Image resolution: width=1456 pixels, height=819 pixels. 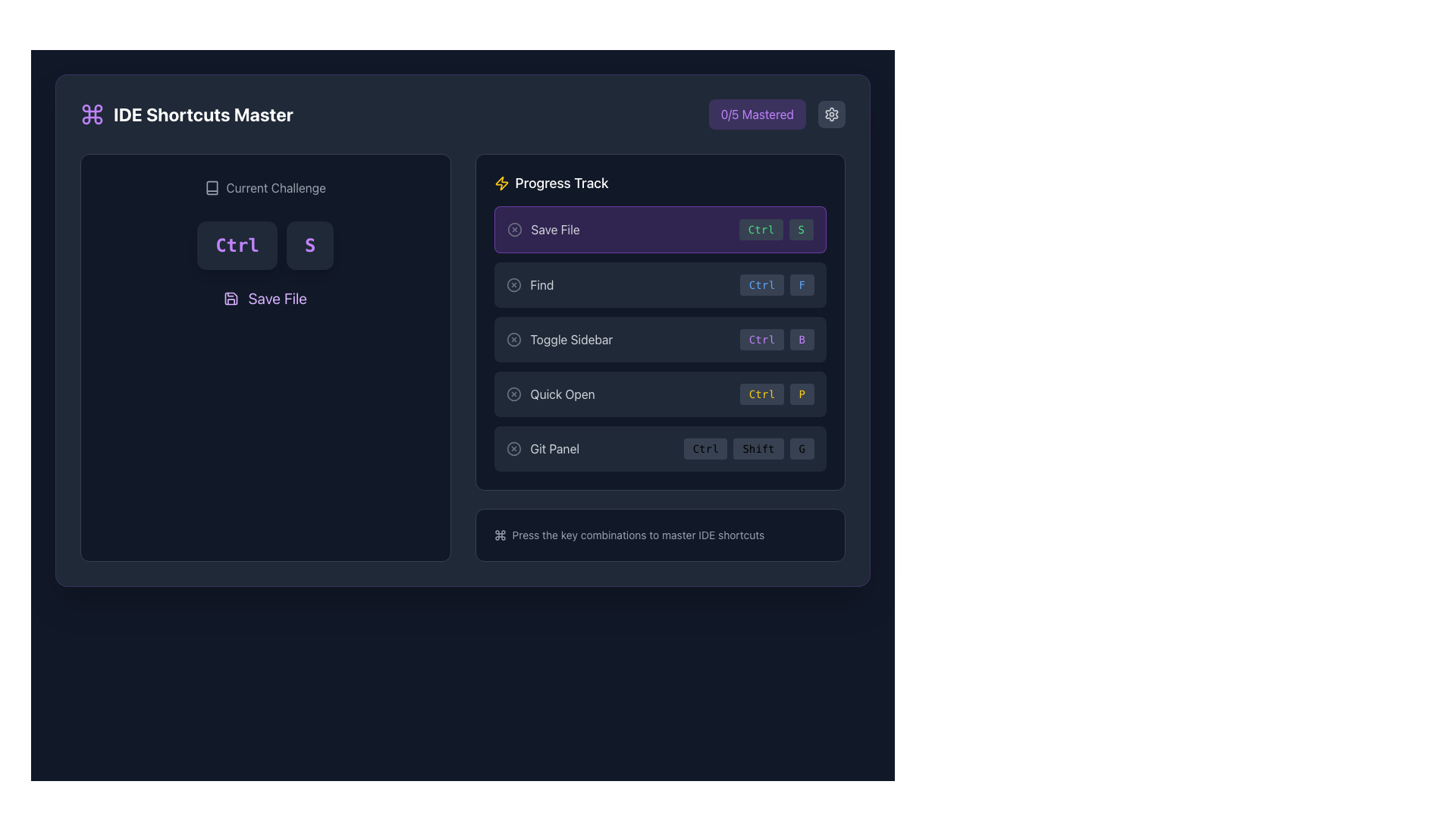 What do you see at coordinates (660, 338) in the screenshot?
I see `the third button-like shortcut item in the 'Progress Track' section that toggles the visibility of the sidebar` at bounding box center [660, 338].